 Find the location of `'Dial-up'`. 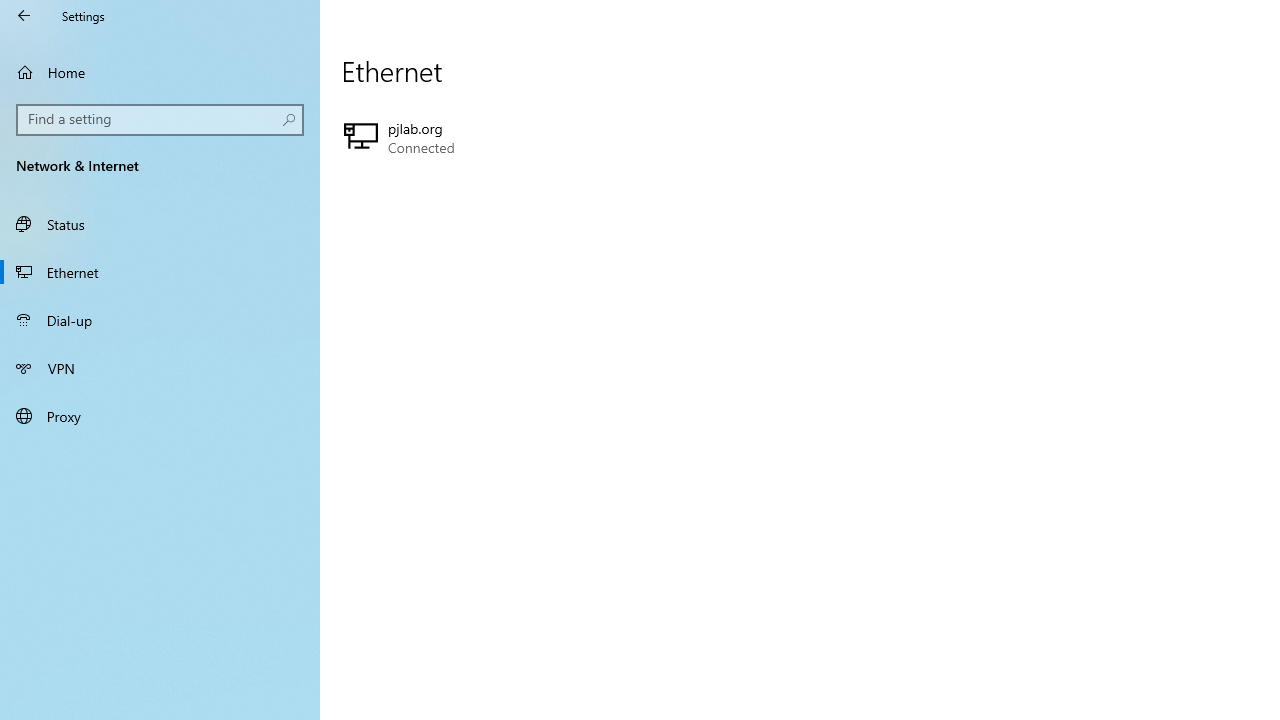

'Dial-up' is located at coordinates (160, 319).